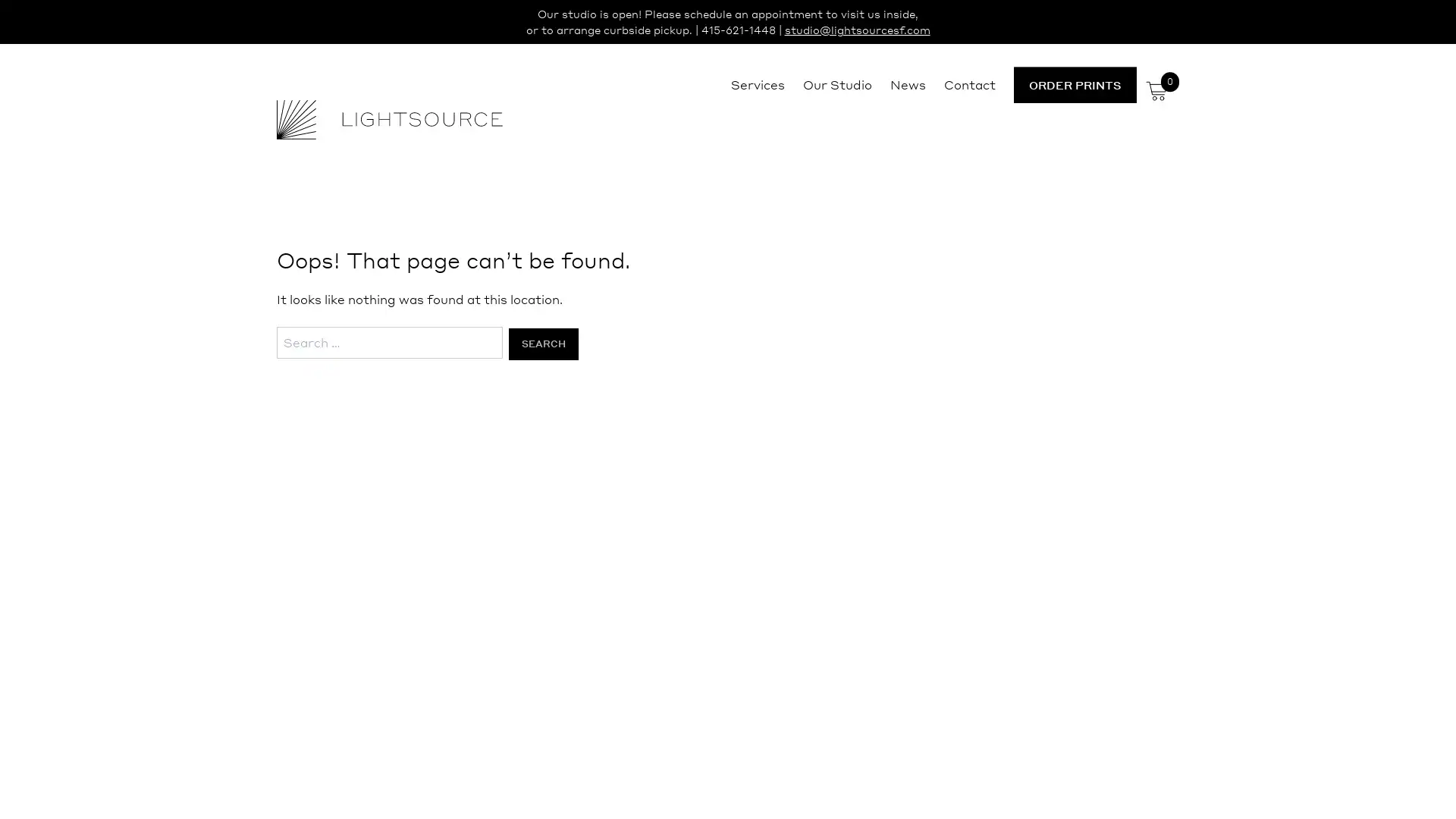  Describe the element at coordinates (870, 528) in the screenshot. I see `Sign up` at that location.